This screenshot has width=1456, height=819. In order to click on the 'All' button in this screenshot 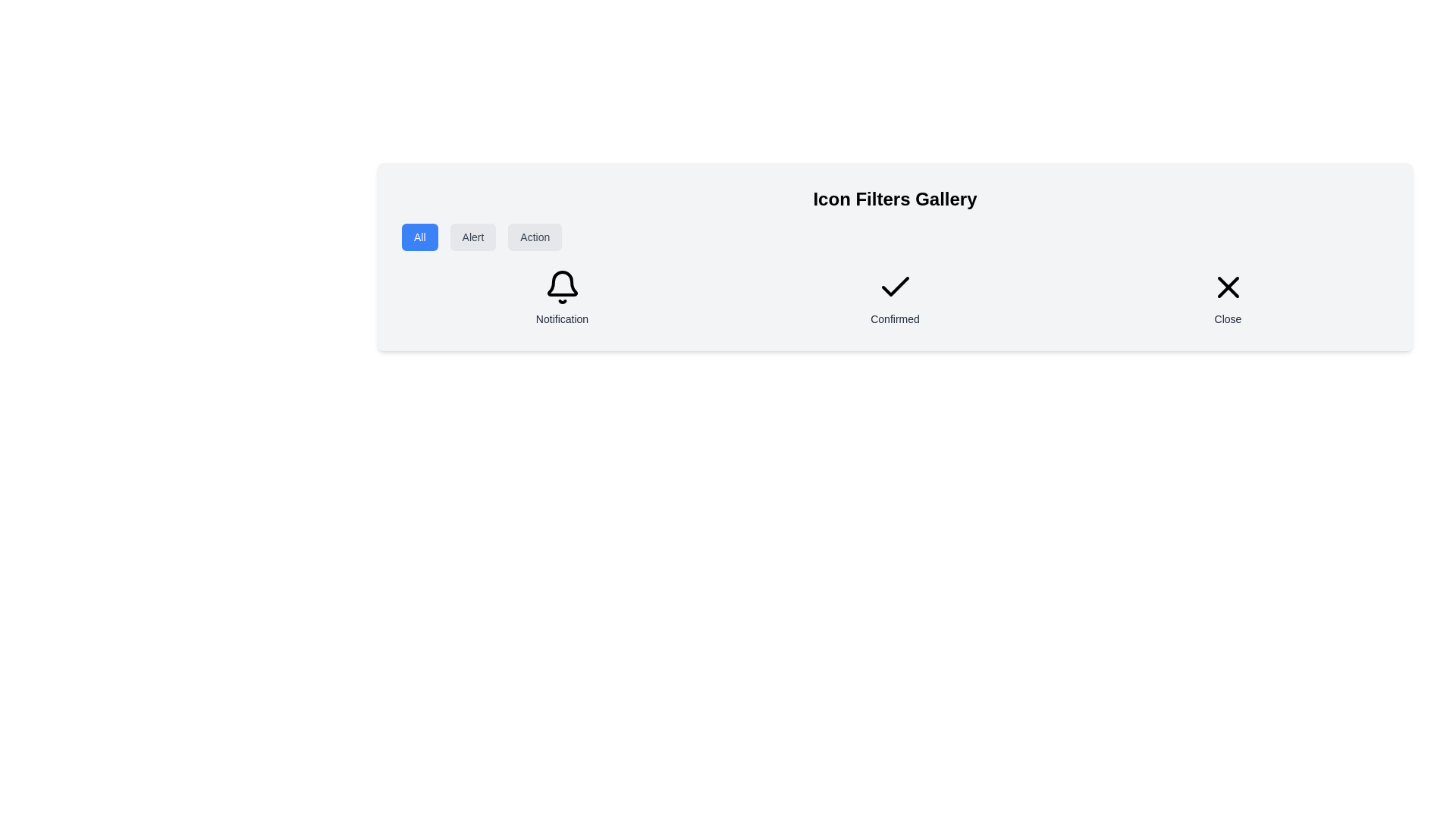, I will do `click(419, 237)`.